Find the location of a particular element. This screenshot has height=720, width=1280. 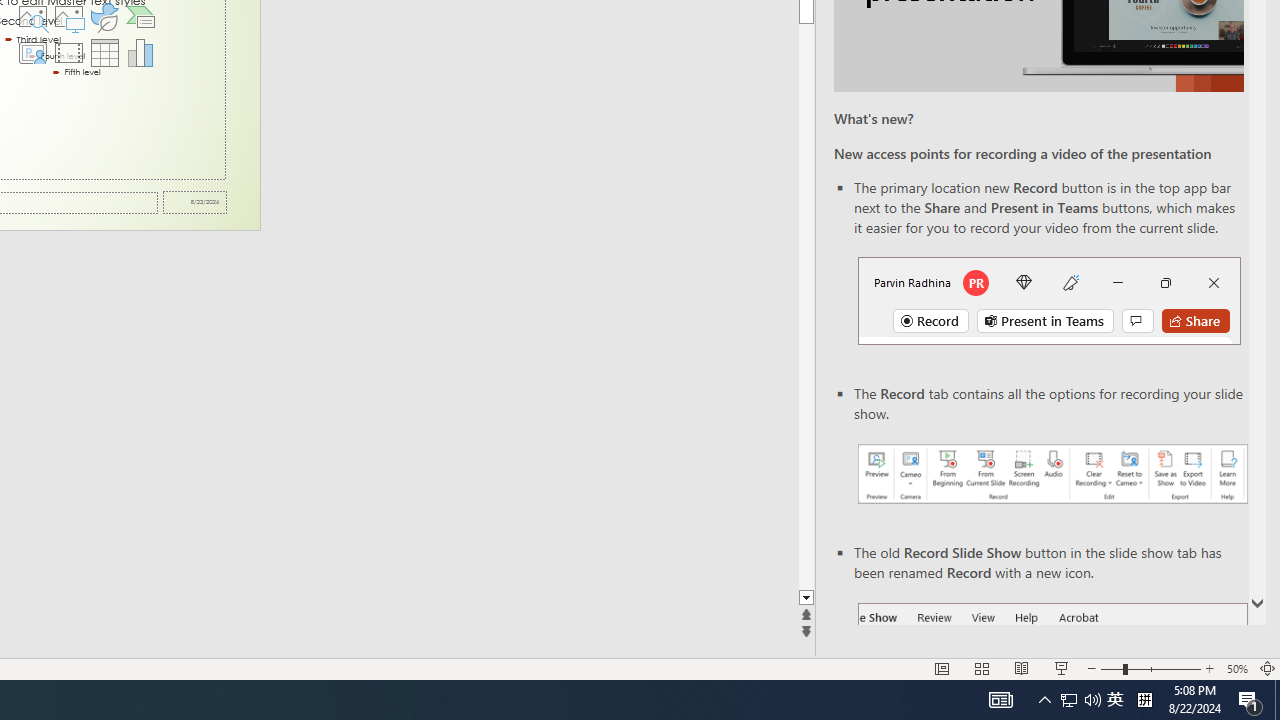

'Stock Images' is located at coordinates (32, 16).